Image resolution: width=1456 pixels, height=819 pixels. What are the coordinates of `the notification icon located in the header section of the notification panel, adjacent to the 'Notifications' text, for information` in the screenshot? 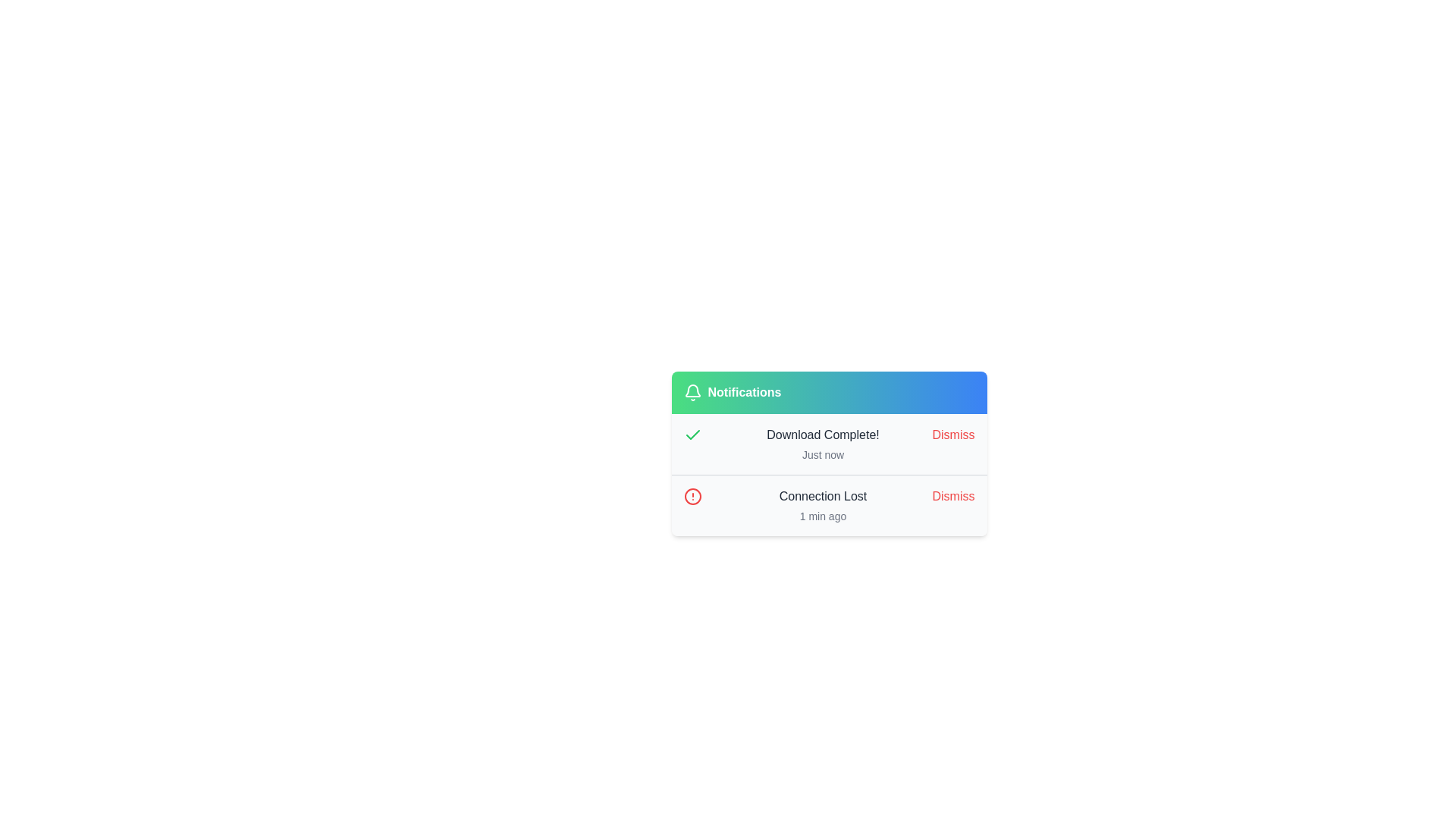 It's located at (692, 391).